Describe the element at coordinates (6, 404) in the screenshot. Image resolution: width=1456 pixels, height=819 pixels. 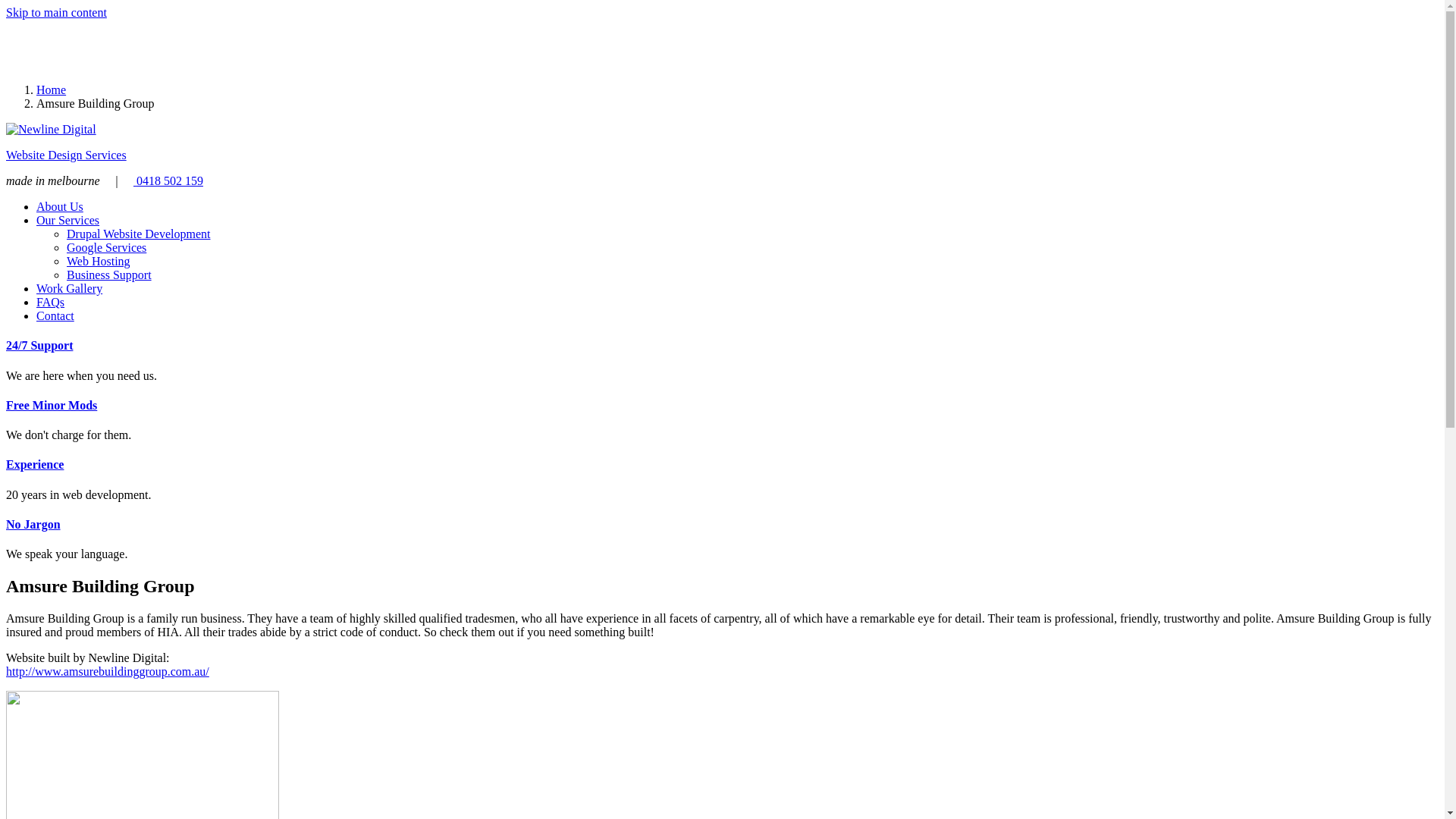
I see `'Free Minor Mods'` at that location.